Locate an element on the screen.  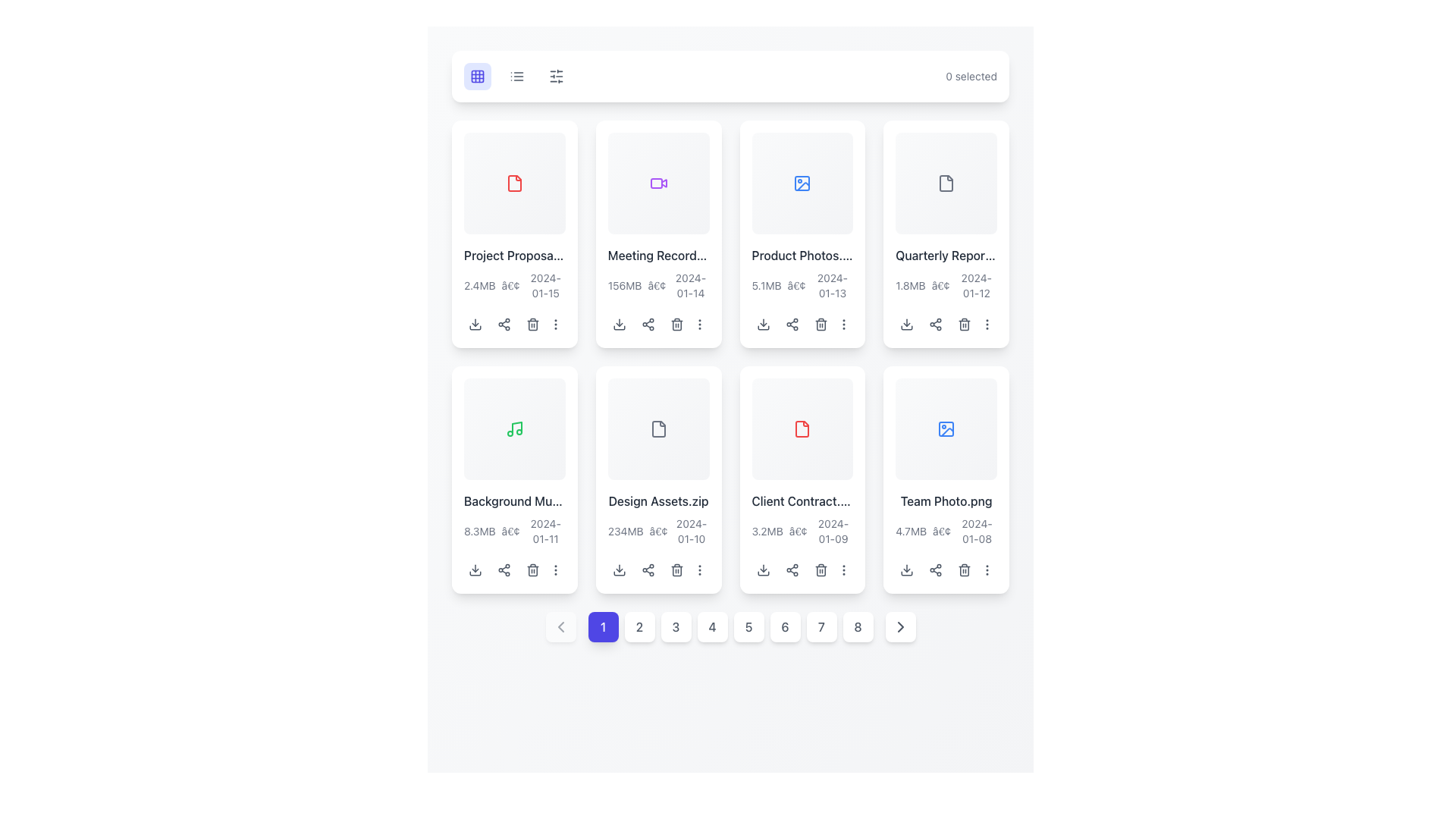
the delete button represented by a trash bin icon located in the action row below 'Design Assets.zip' is located at coordinates (676, 570).